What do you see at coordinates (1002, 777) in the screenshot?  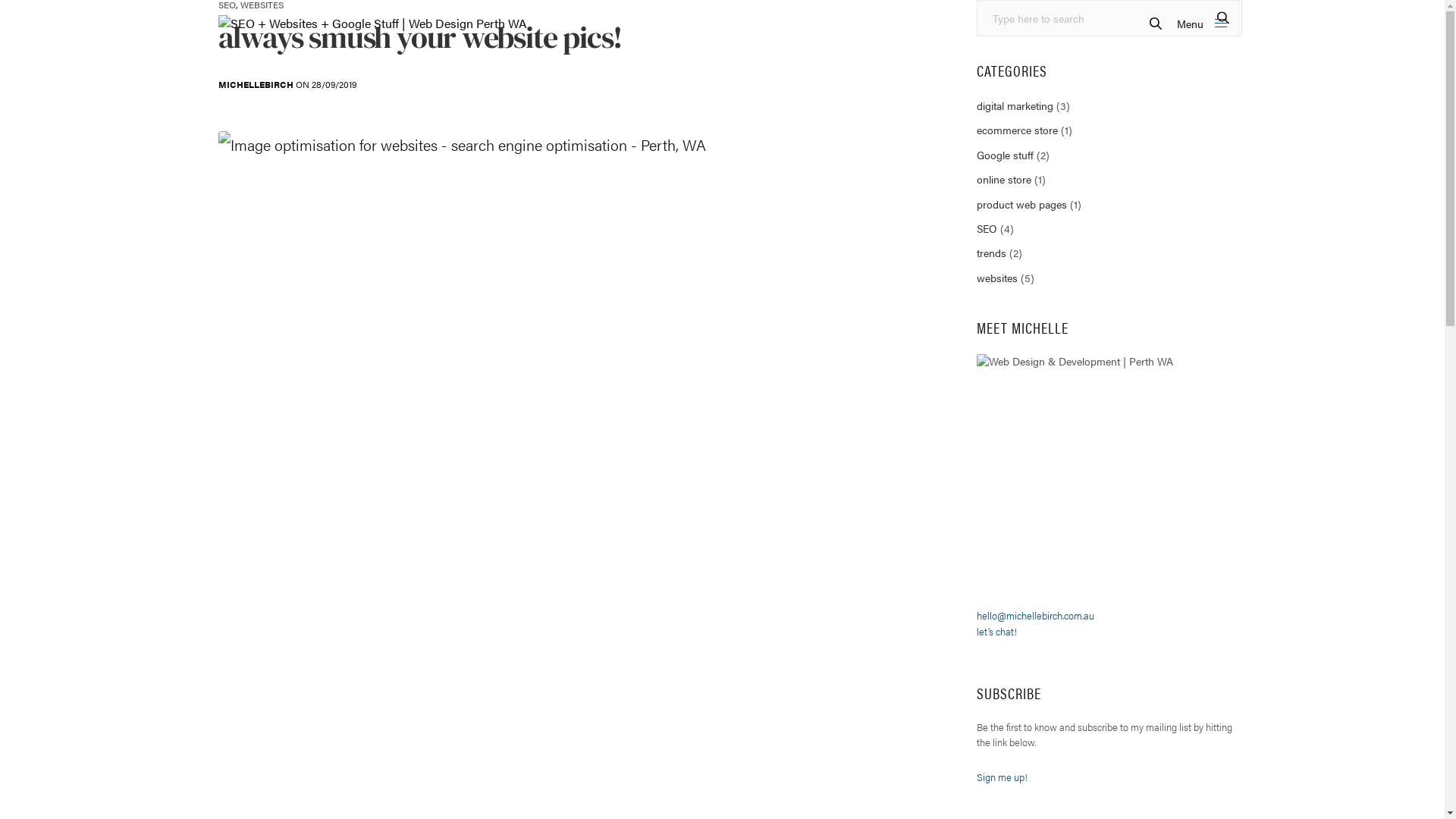 I see `'Sign me up!'` at bounding box center [1002, 777].